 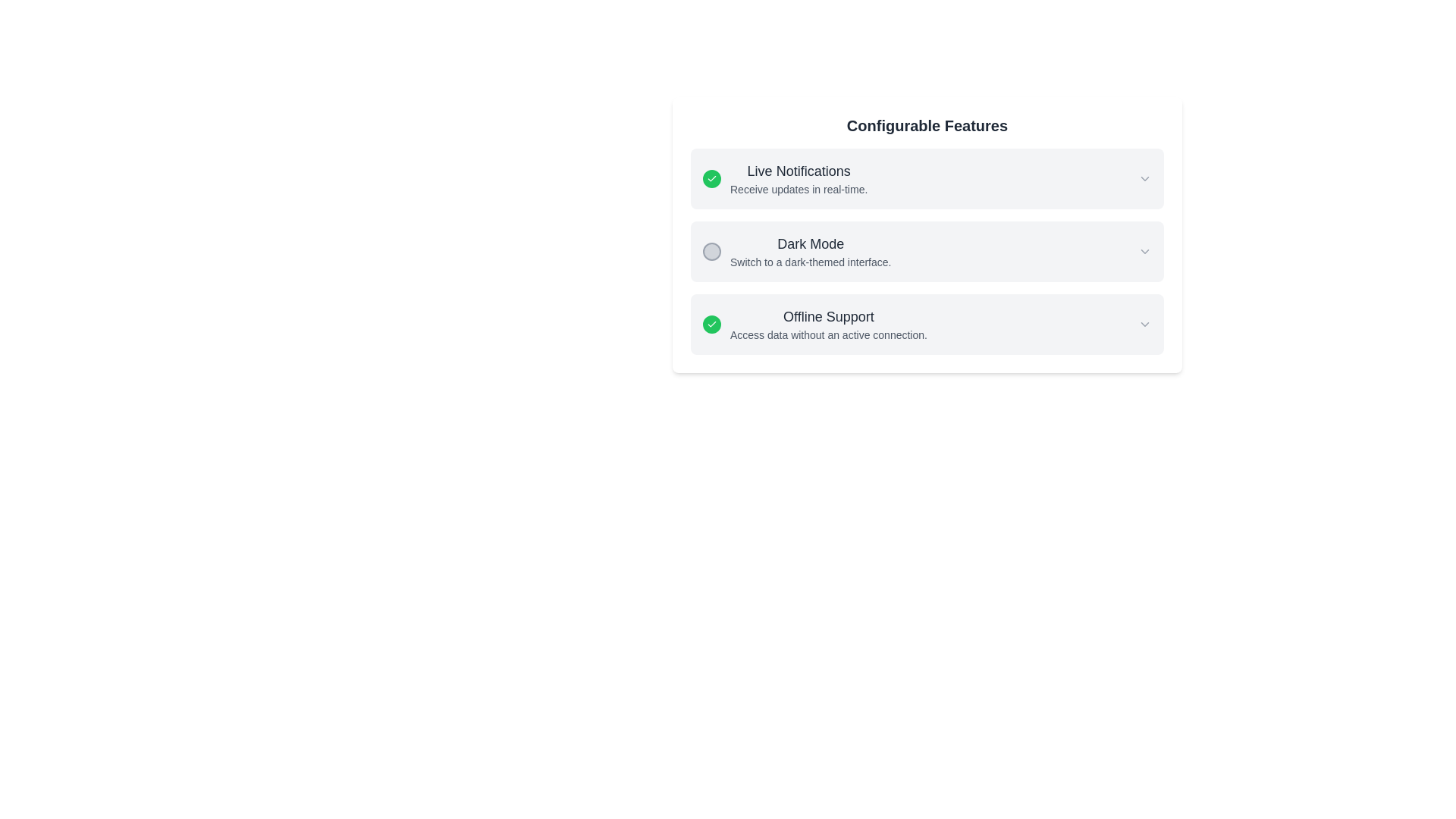 What do you see at coordinates (798, 189) in the screenshot?
I see `the descriptive text that reads 'Receive updates in real-time.' positioned below the 'Live Notifications' title` at bounding box center [798, 189].